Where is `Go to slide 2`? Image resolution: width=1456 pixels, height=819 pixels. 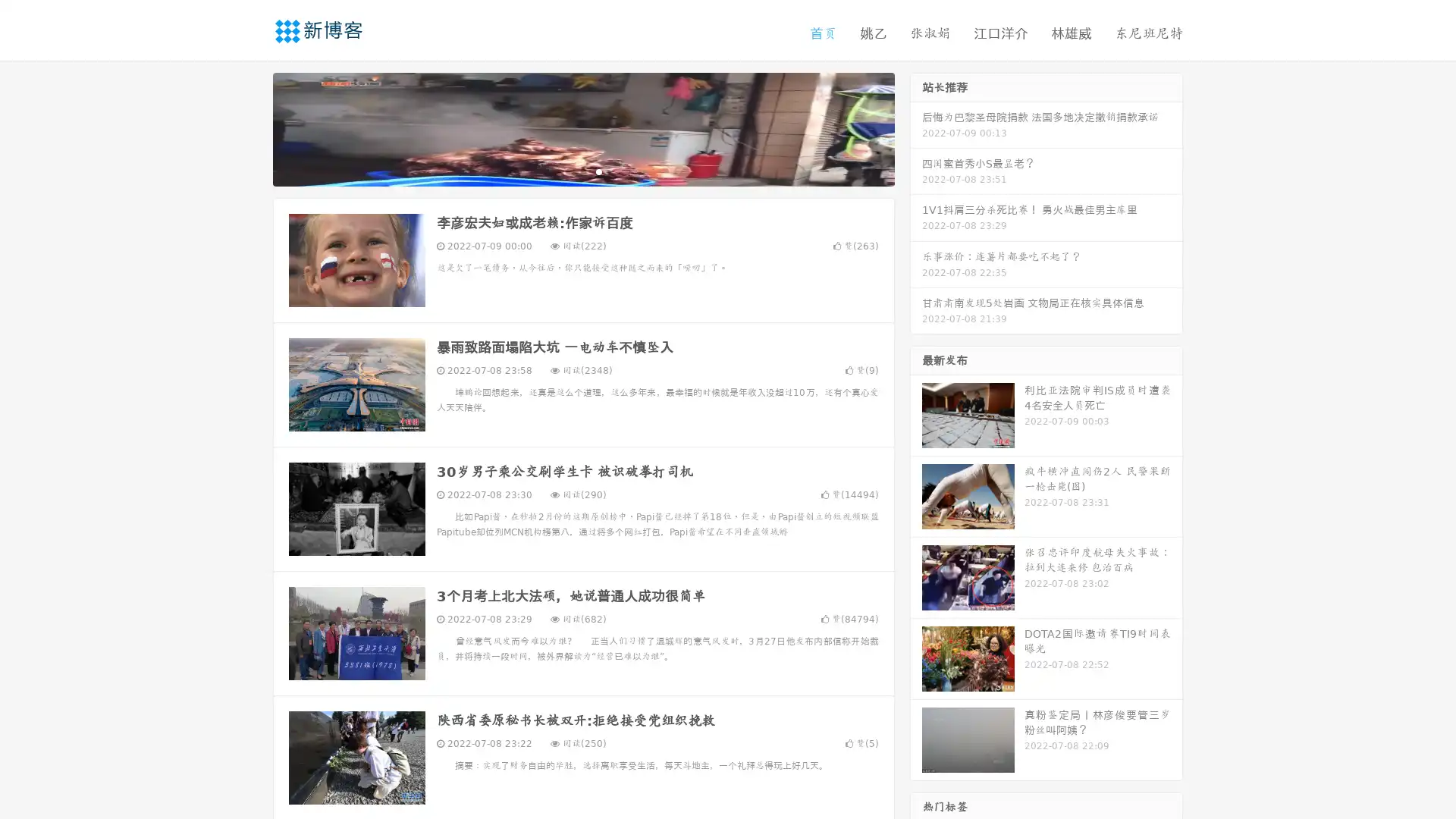
Go to slide 2 is located at coordinates (582, 171).